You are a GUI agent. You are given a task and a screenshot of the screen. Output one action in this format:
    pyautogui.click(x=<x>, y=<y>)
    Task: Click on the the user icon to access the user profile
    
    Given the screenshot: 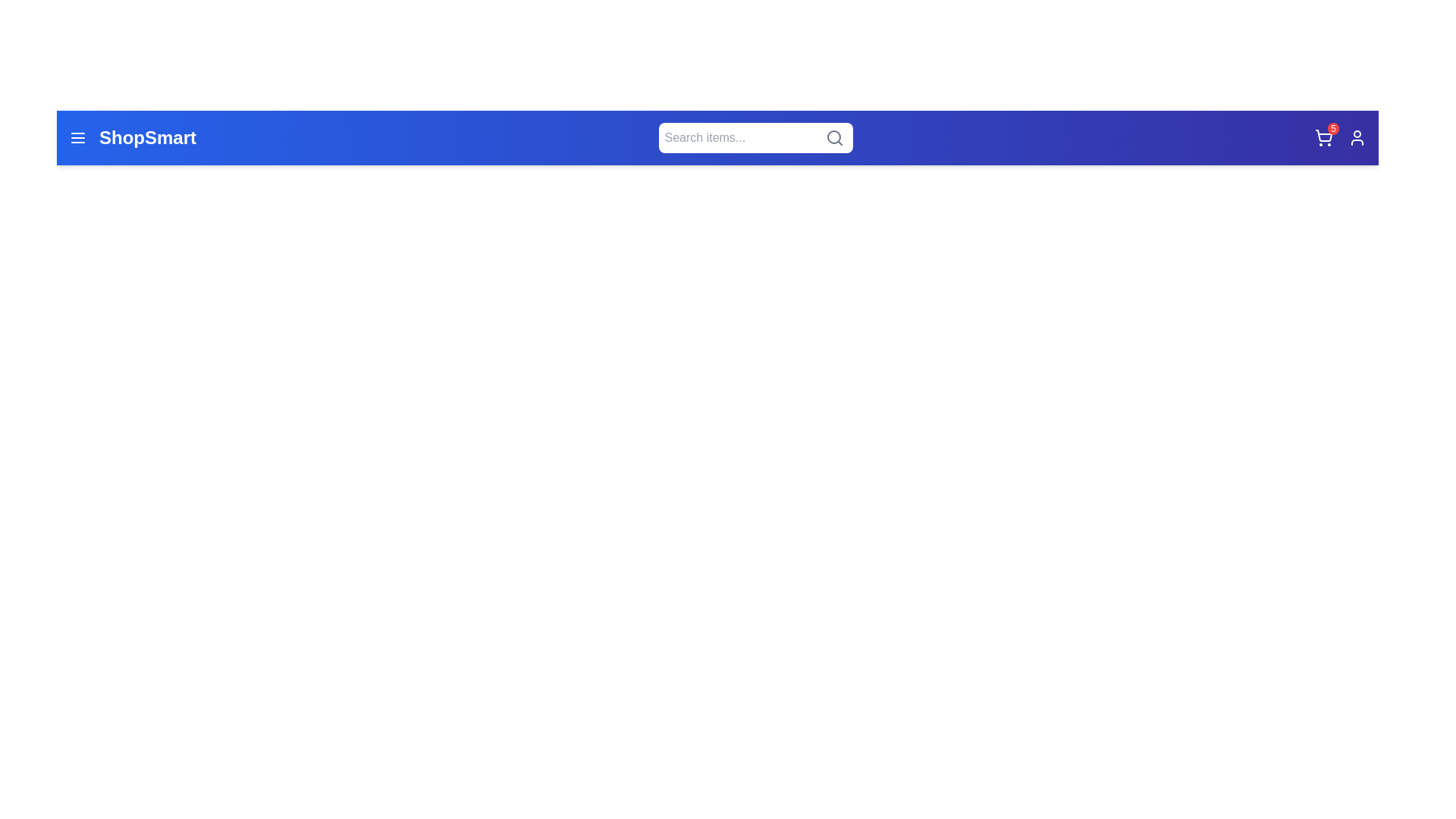 What is the action you would take?
    pyautogui.click(x=1357, y=137)
    